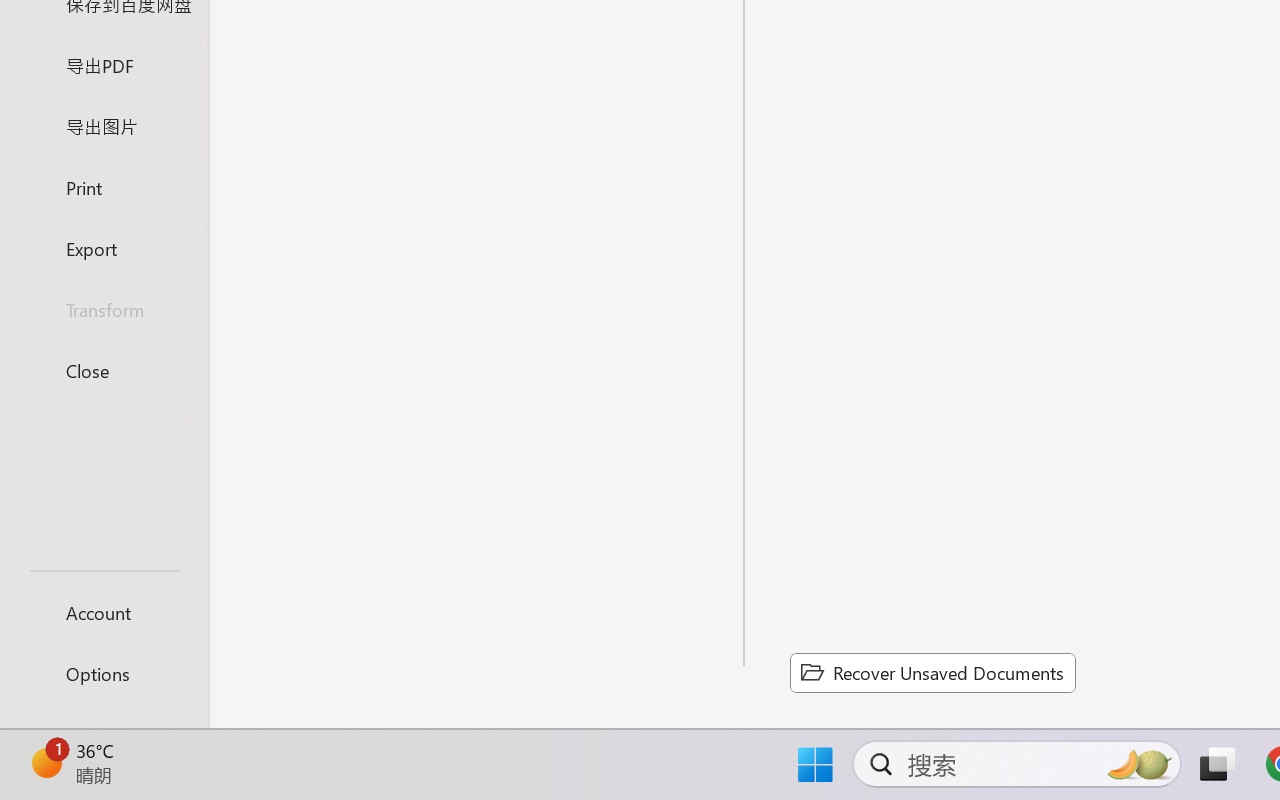  Describe the element at coordinates (932, 672) in the screenshot. I see `'Recover Unsaved Documents'` at that location.